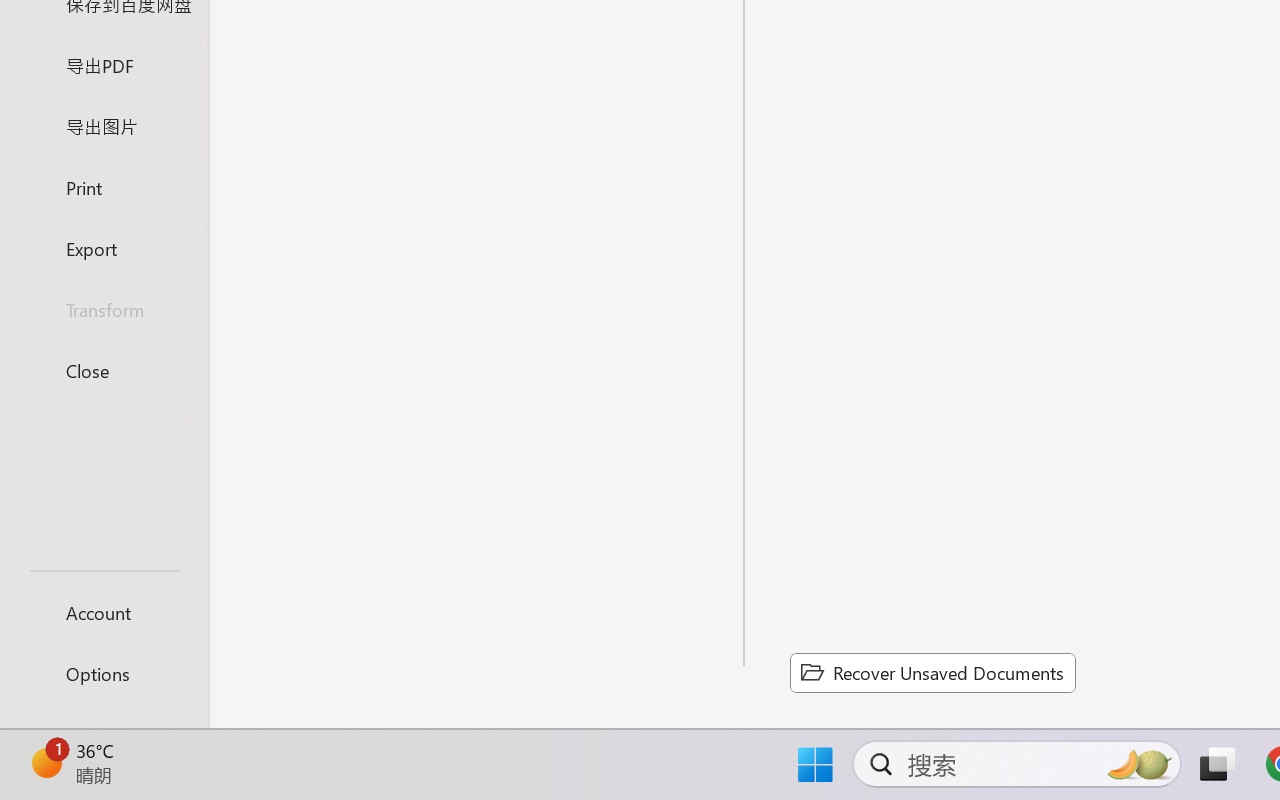  Describe the element at coordinates (932, 672) in the screenshot. I see `'Recover Unsaved Documents'` at that location.